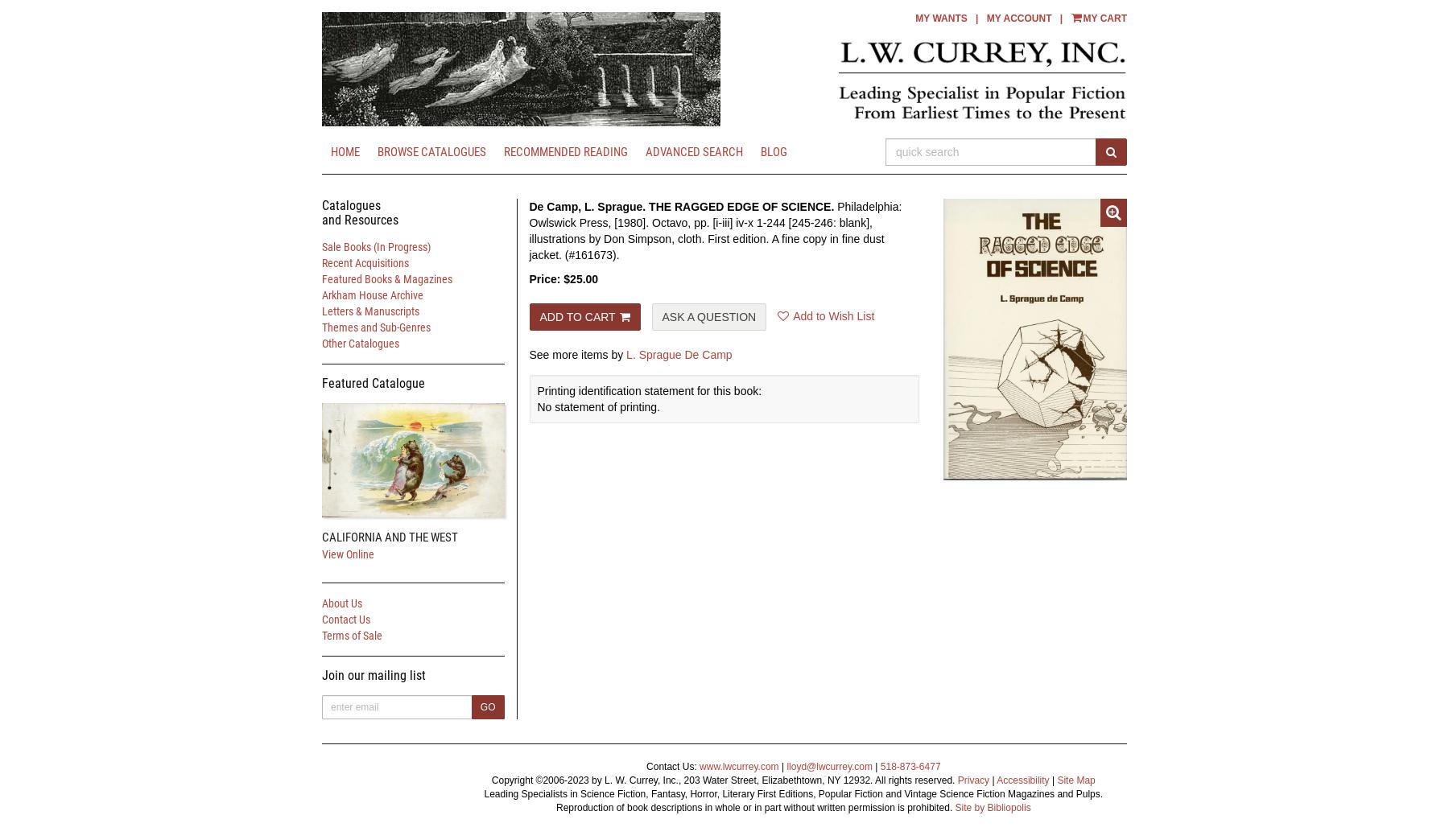 The width and height of the screenshot is (1449, 840). Describe the element at coordinates (321, 536) in the screenshot. I see `'CALIFORNIA AND THE WEST'` at that location.